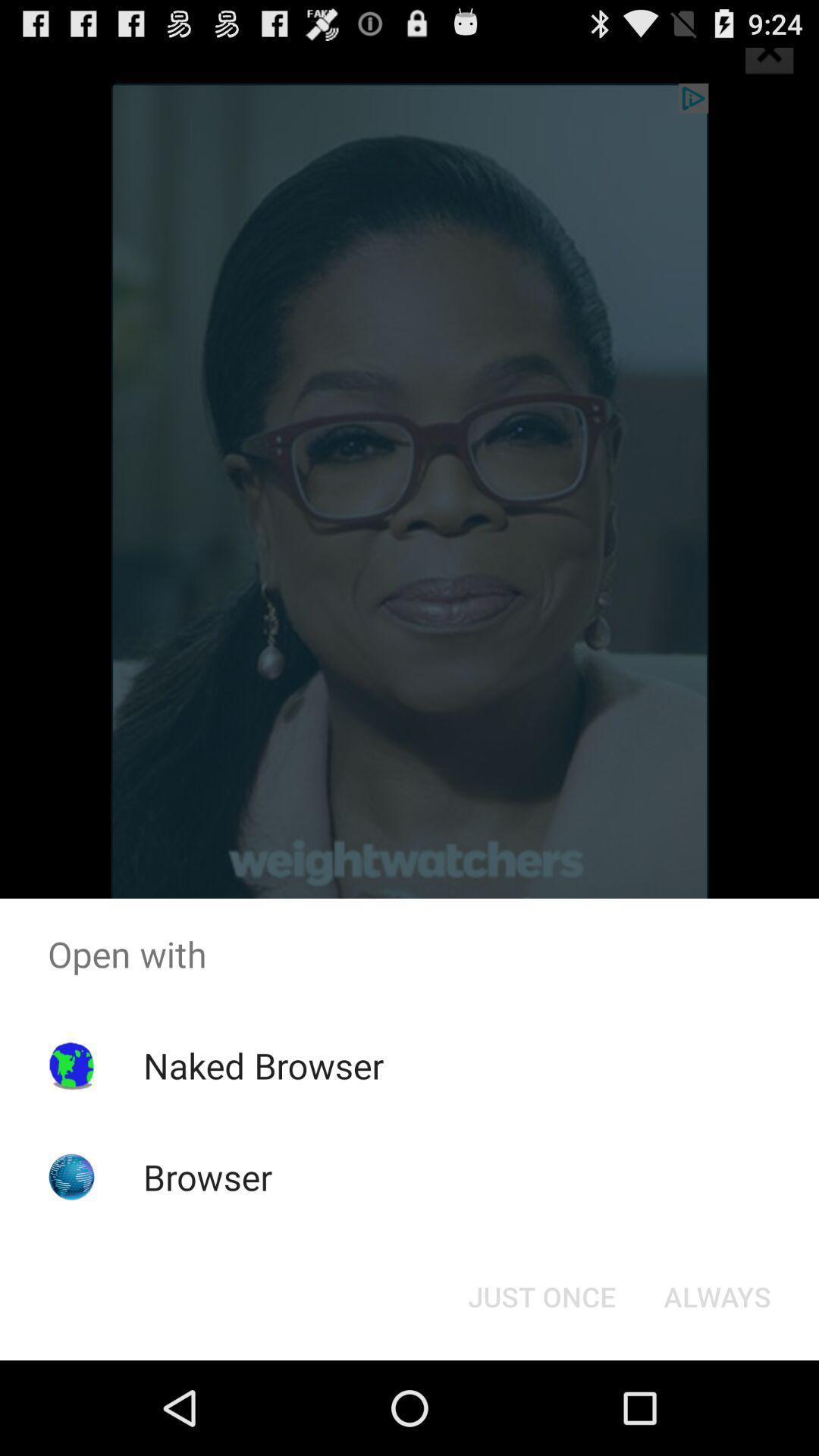 The width and height of the screenshot is (819, 1456). Describe the element at coordinates (717, 1295) in the screenshot. I see `item next to the just once button` at that location.